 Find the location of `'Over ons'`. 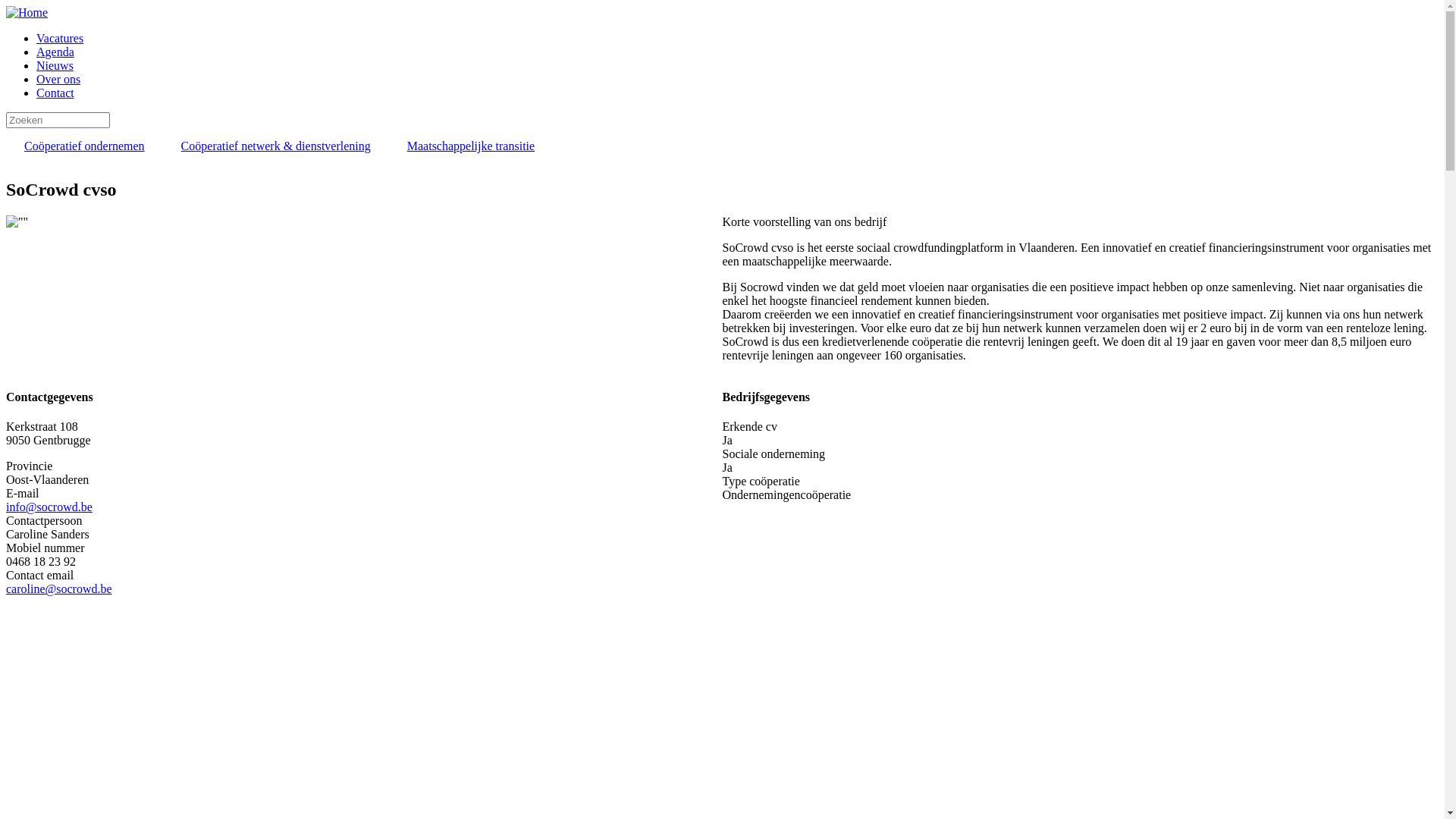

'Over ons' is located at coordinates (58, 79).